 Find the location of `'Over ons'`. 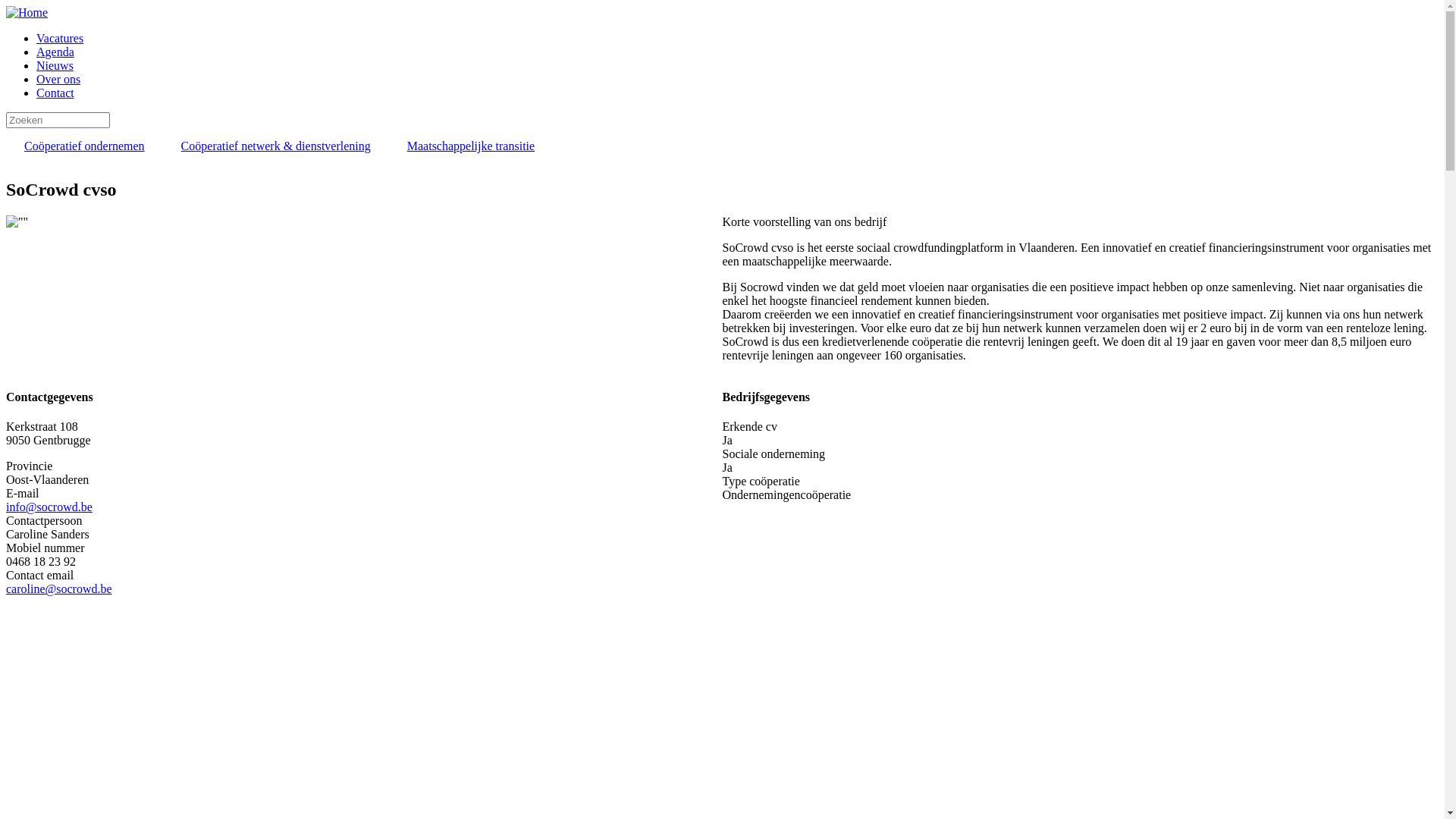

'Over ons' is located at coordinates (58, 79).